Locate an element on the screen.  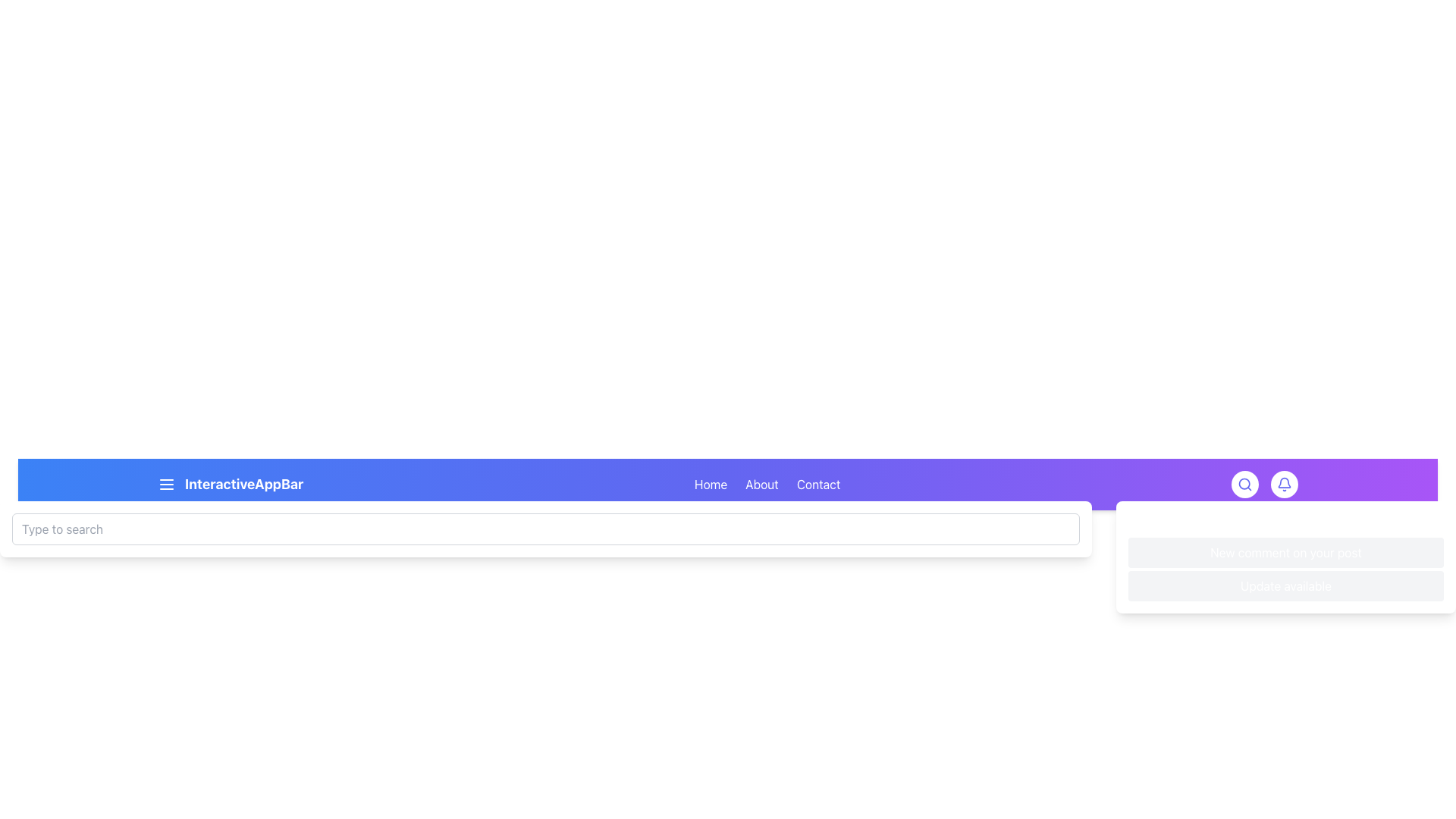
the group of hyperlinks in the application header bar is located at coordinates (767, 485).